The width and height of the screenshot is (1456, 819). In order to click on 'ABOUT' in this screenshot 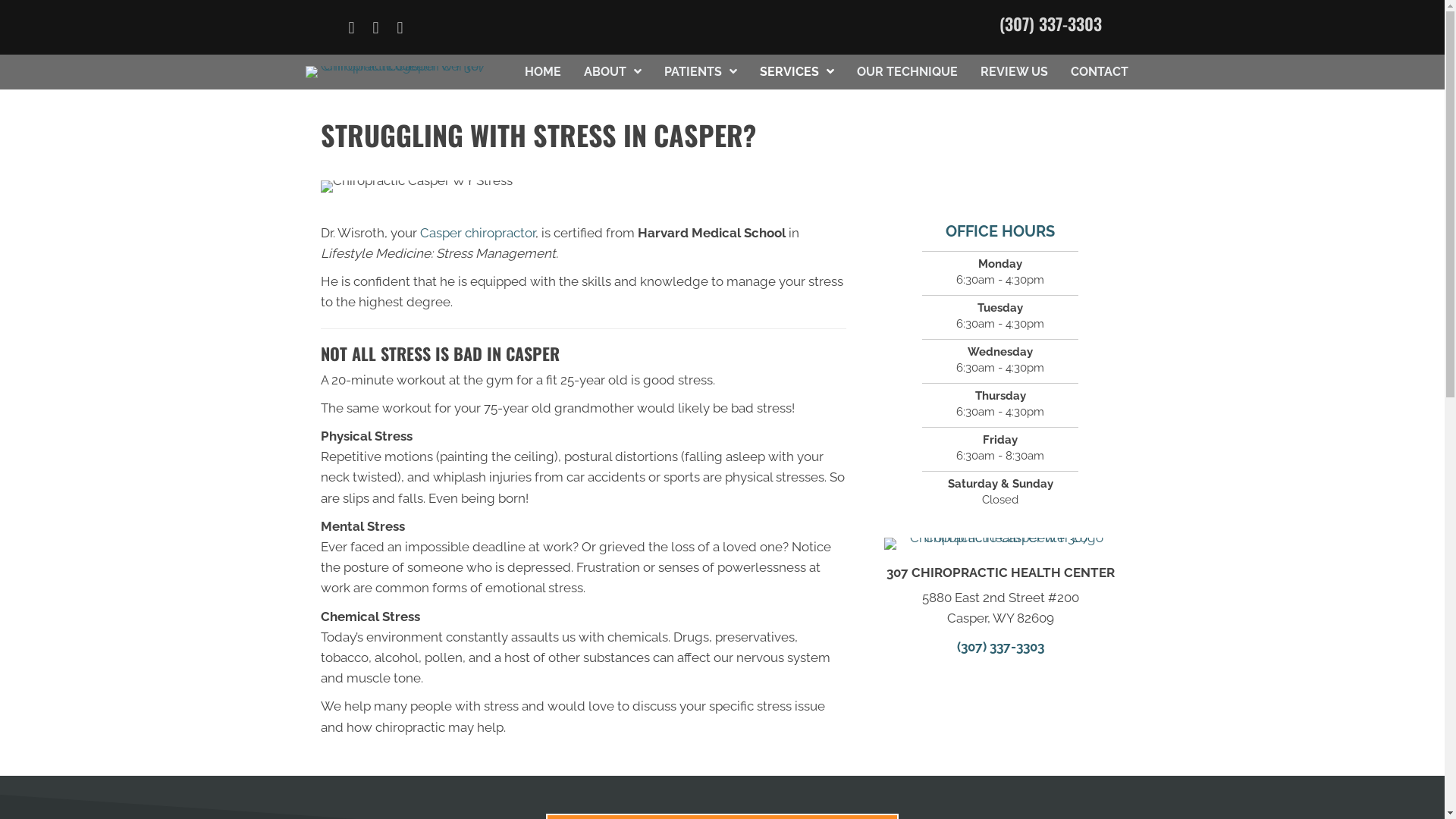, I will do `click(612, 72)`.